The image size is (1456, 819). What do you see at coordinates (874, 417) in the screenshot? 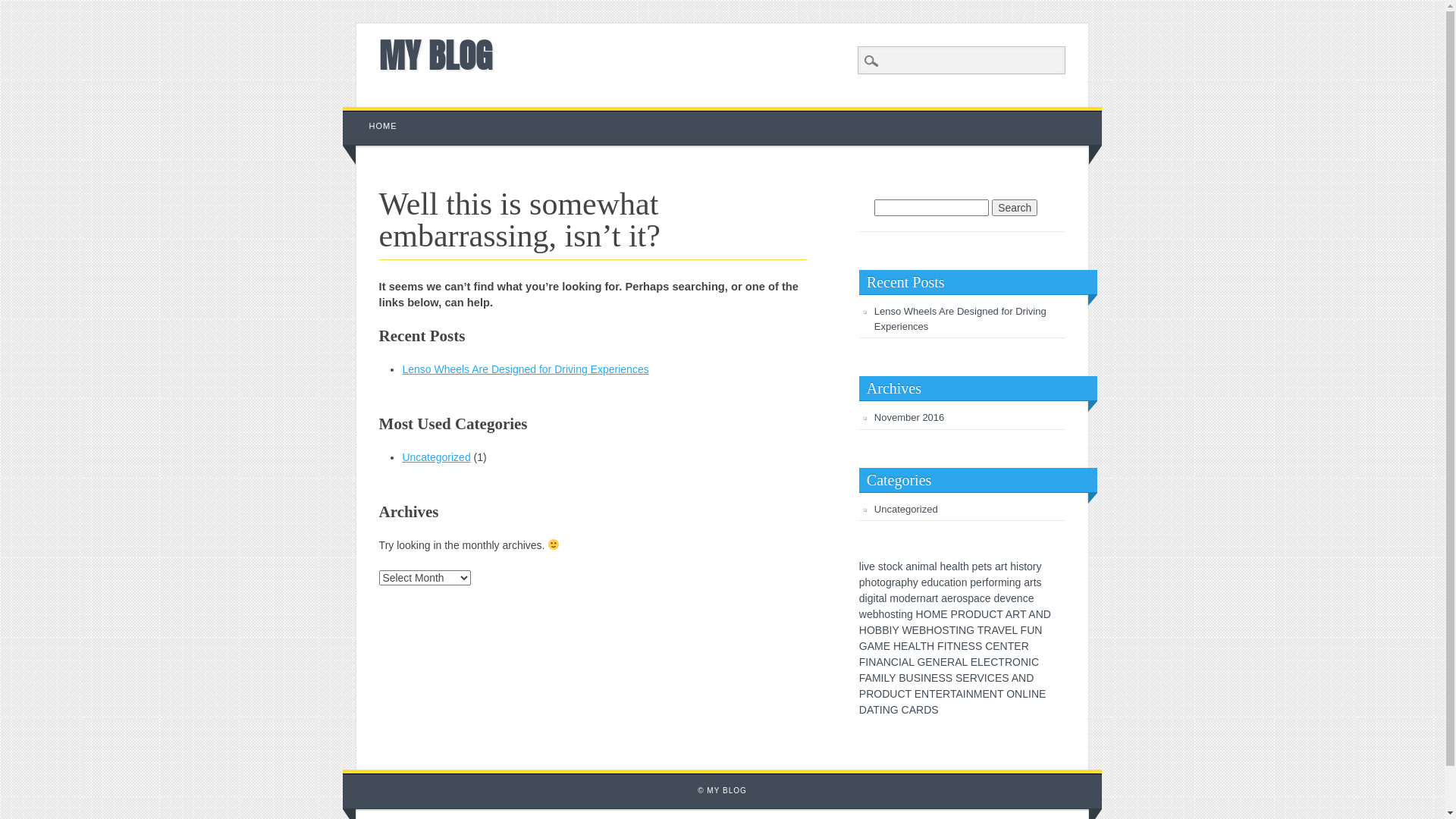
I see `'November 2016'` at bounding box center [874, 417].